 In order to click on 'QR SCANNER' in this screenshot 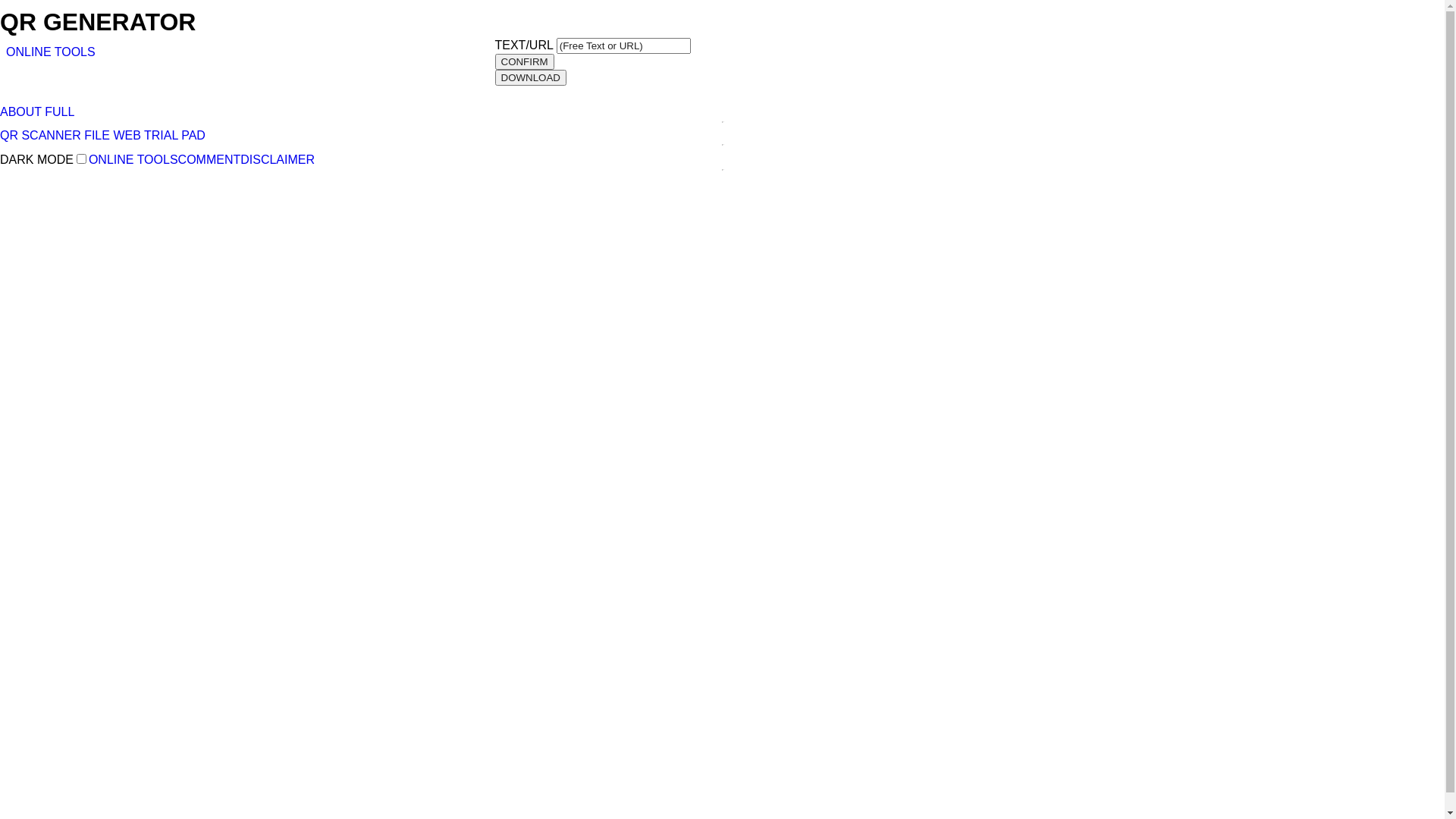, I will do `click(0, 134)`.